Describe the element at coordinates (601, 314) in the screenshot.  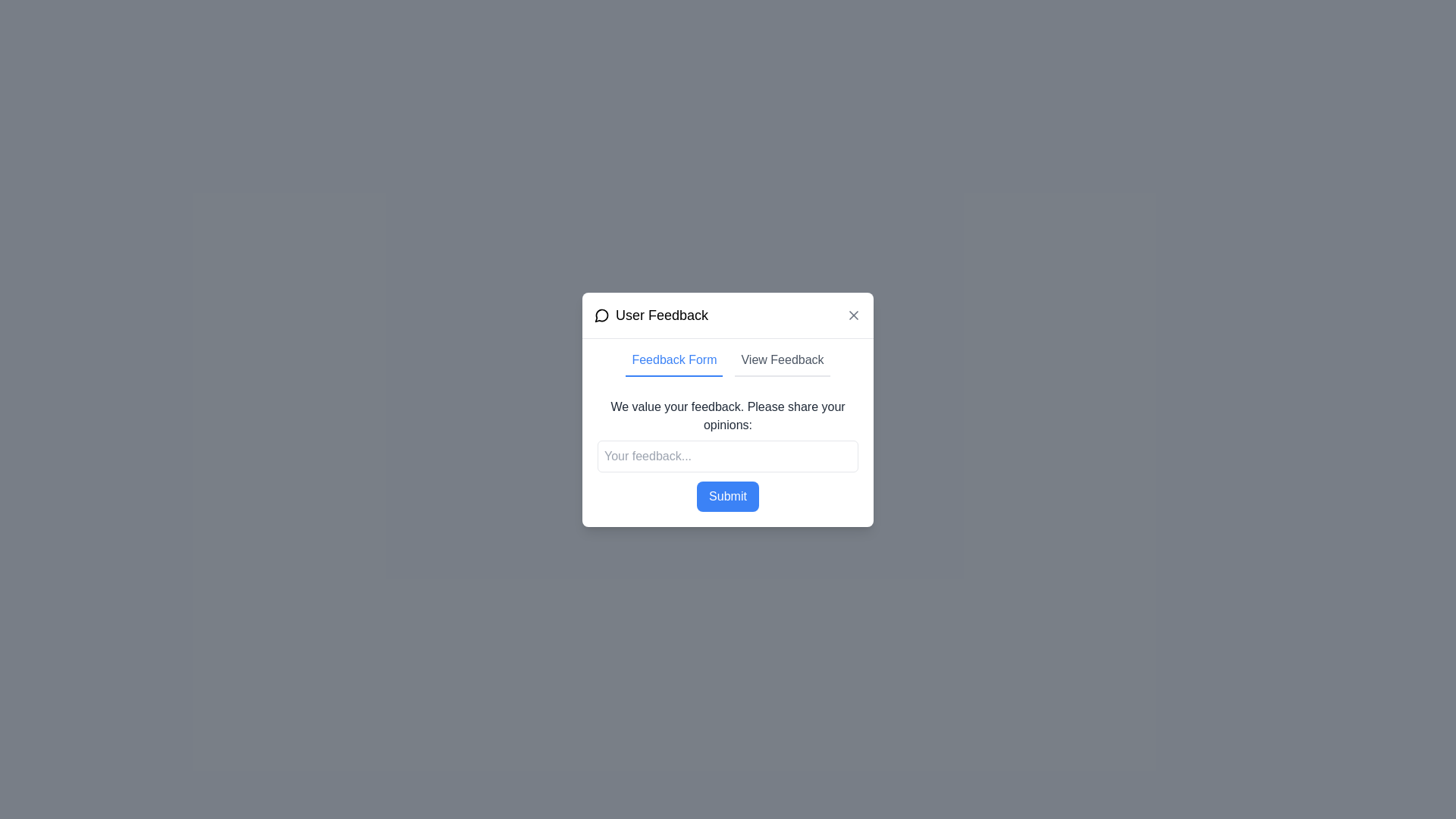
I see `the feedback icon located at the center of the feedback modal` at that location.